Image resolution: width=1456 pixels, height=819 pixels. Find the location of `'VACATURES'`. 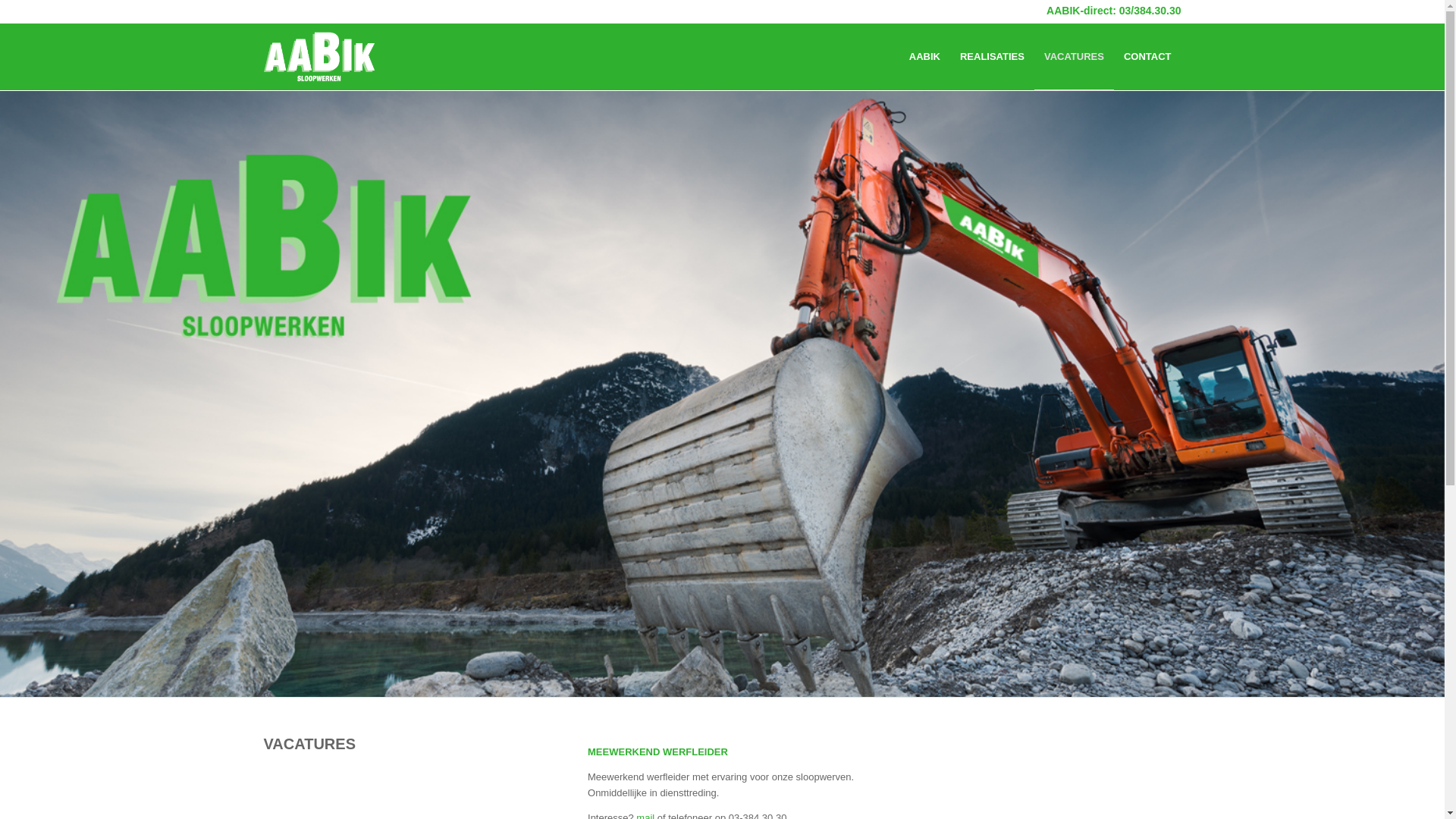

'VACATURES' is located at coordinates (1033, 55).